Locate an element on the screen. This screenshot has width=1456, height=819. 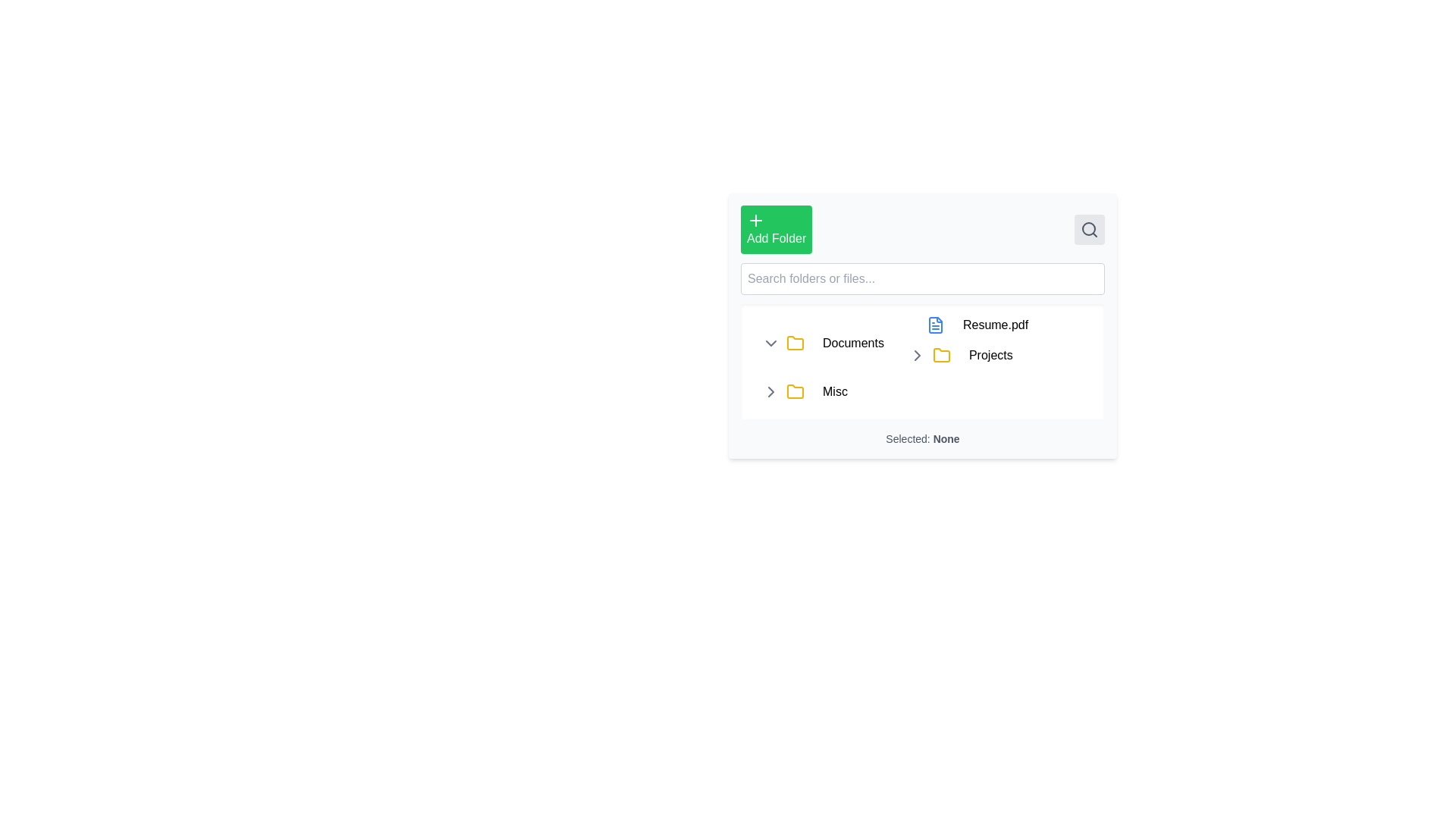
the compact arrow icon styled with a chevron pointing towards the right, located to the left of the 'Projects' folder icon is located at coordinates (916, 356).